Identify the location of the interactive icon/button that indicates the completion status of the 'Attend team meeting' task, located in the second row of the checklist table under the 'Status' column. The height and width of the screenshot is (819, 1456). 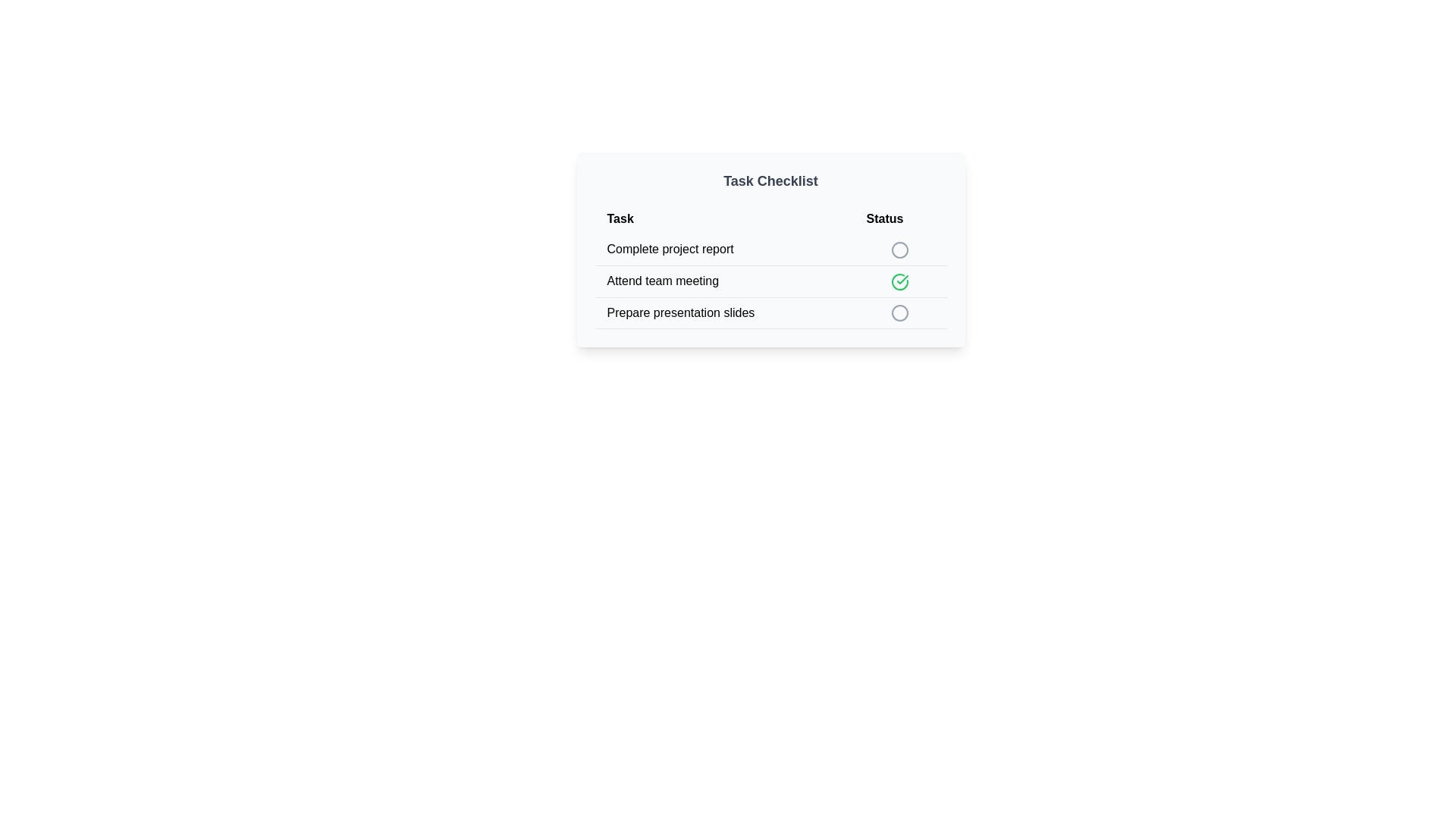
(900, 281).